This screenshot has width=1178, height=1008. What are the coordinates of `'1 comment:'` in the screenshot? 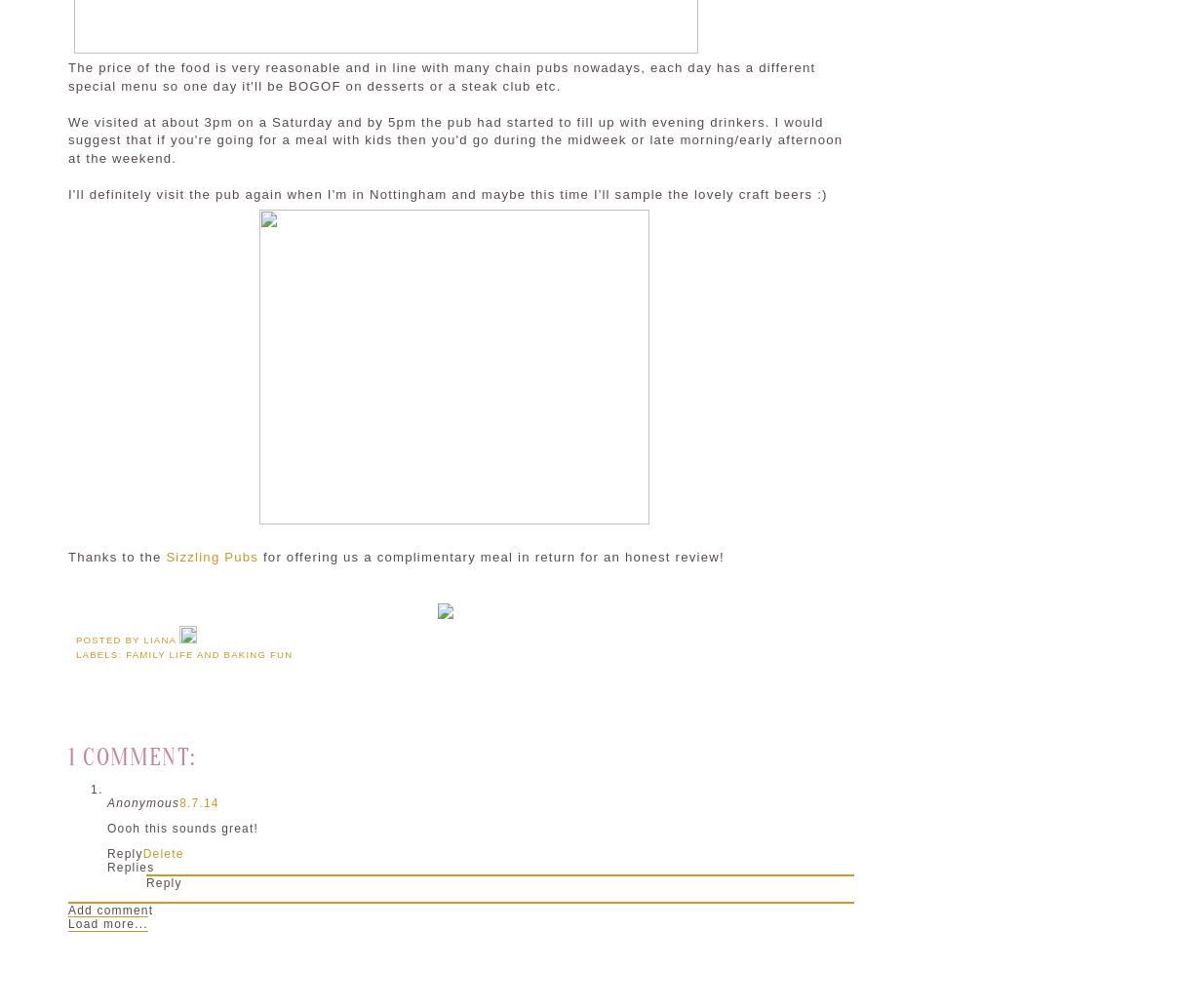 It's located at (131, 756).